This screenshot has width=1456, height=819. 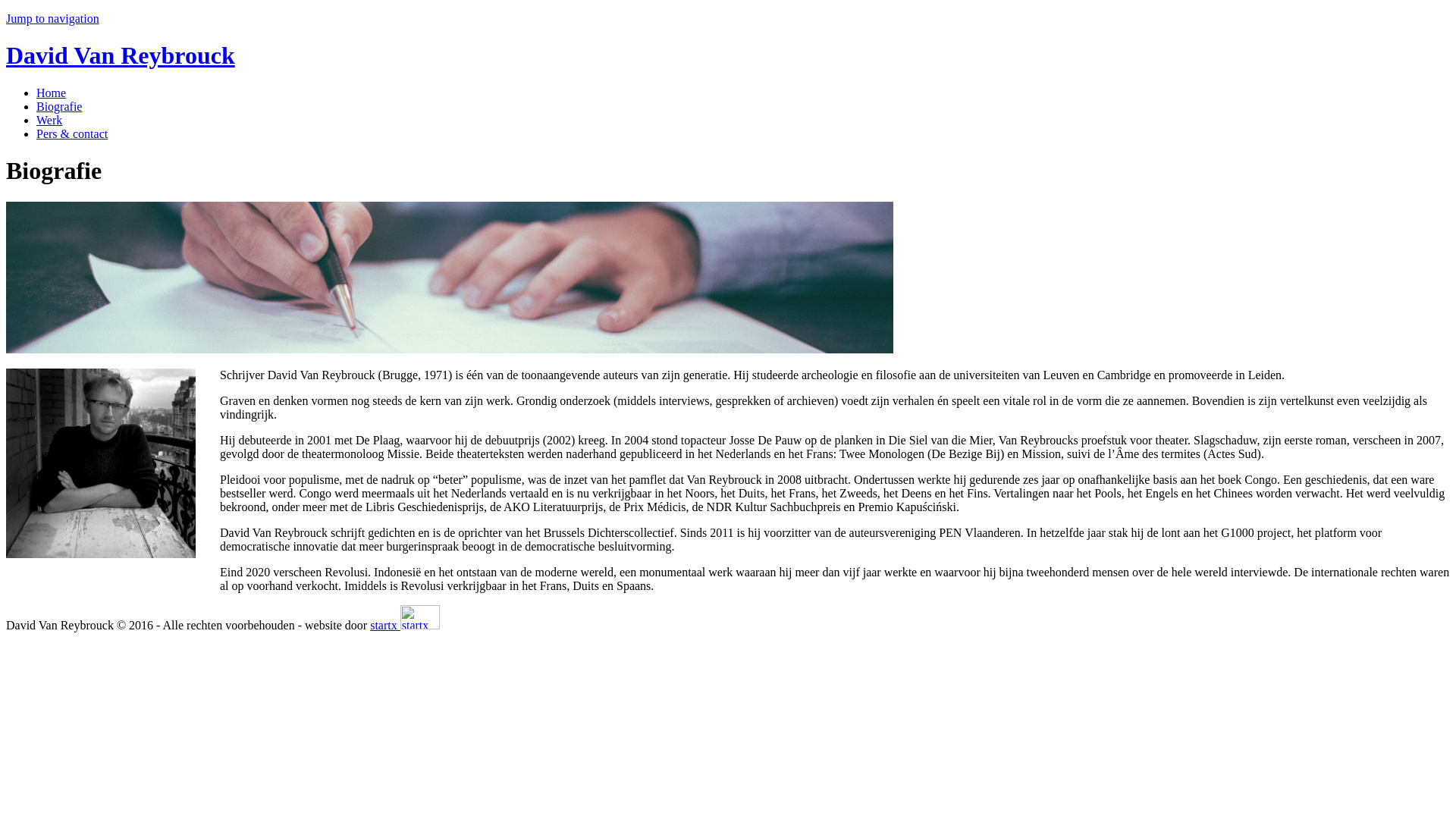 I want to click on 'startx', so click(x=419, y=617).